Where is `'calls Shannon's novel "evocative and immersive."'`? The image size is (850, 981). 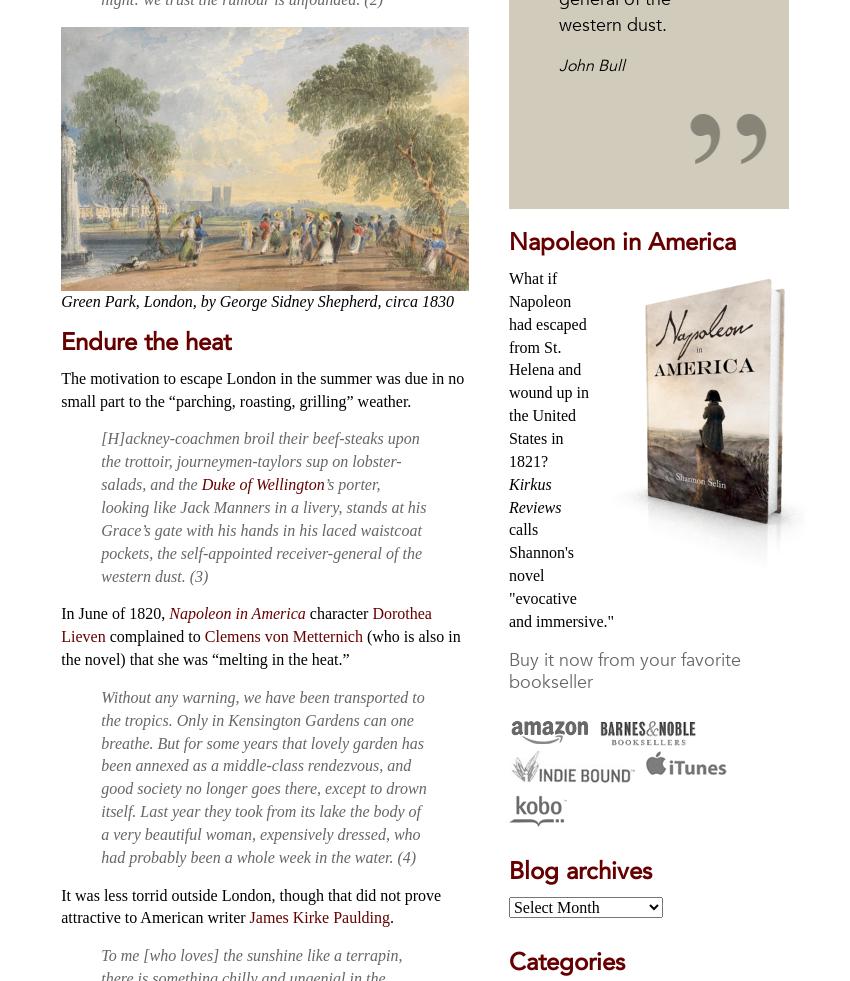
'calls Shannon's novel "evocative and immersive."' is located at coordinates (561, 574).